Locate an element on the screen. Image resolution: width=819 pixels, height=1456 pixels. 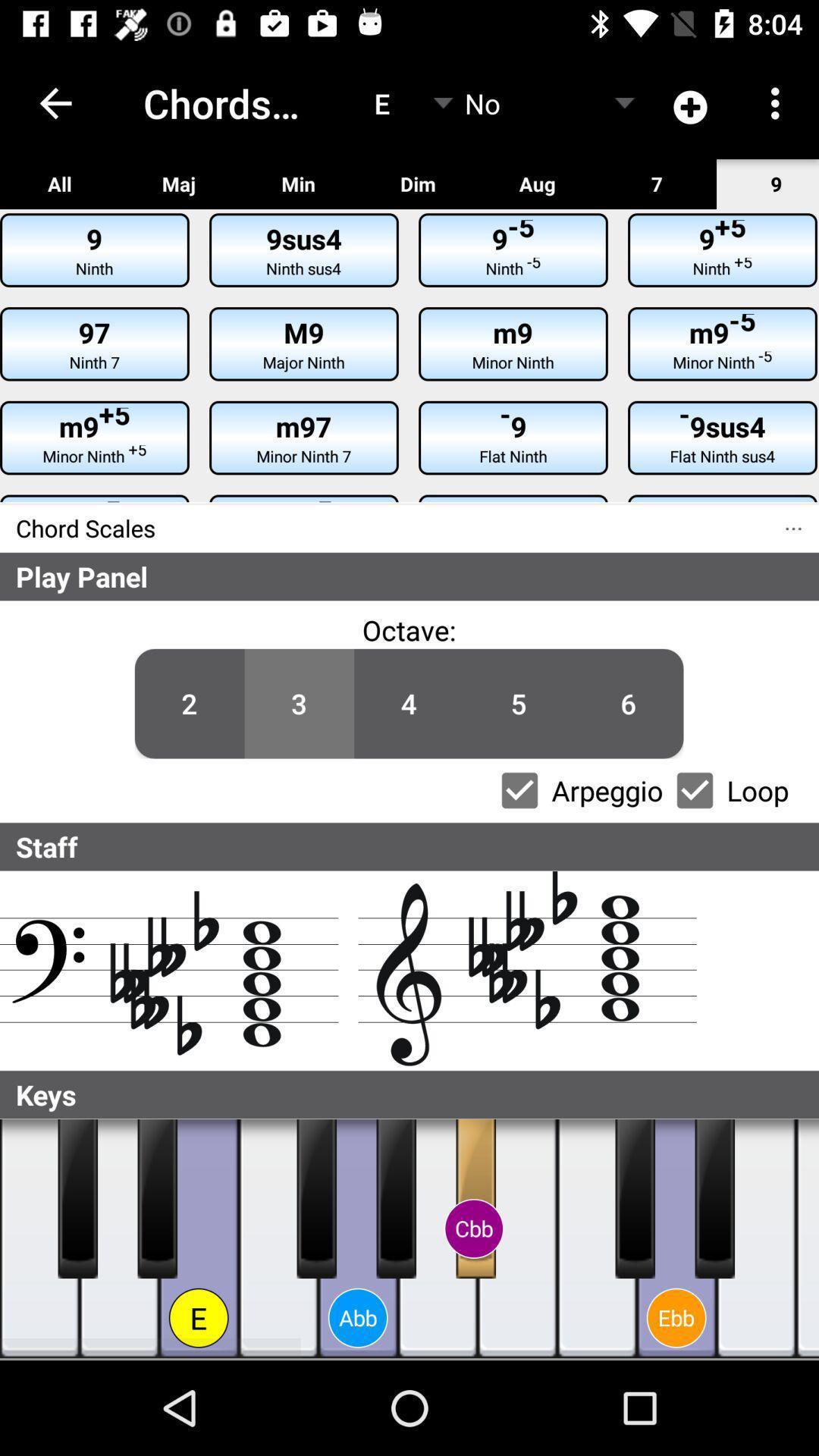
black piano key is located at coordinates (157, 1197).